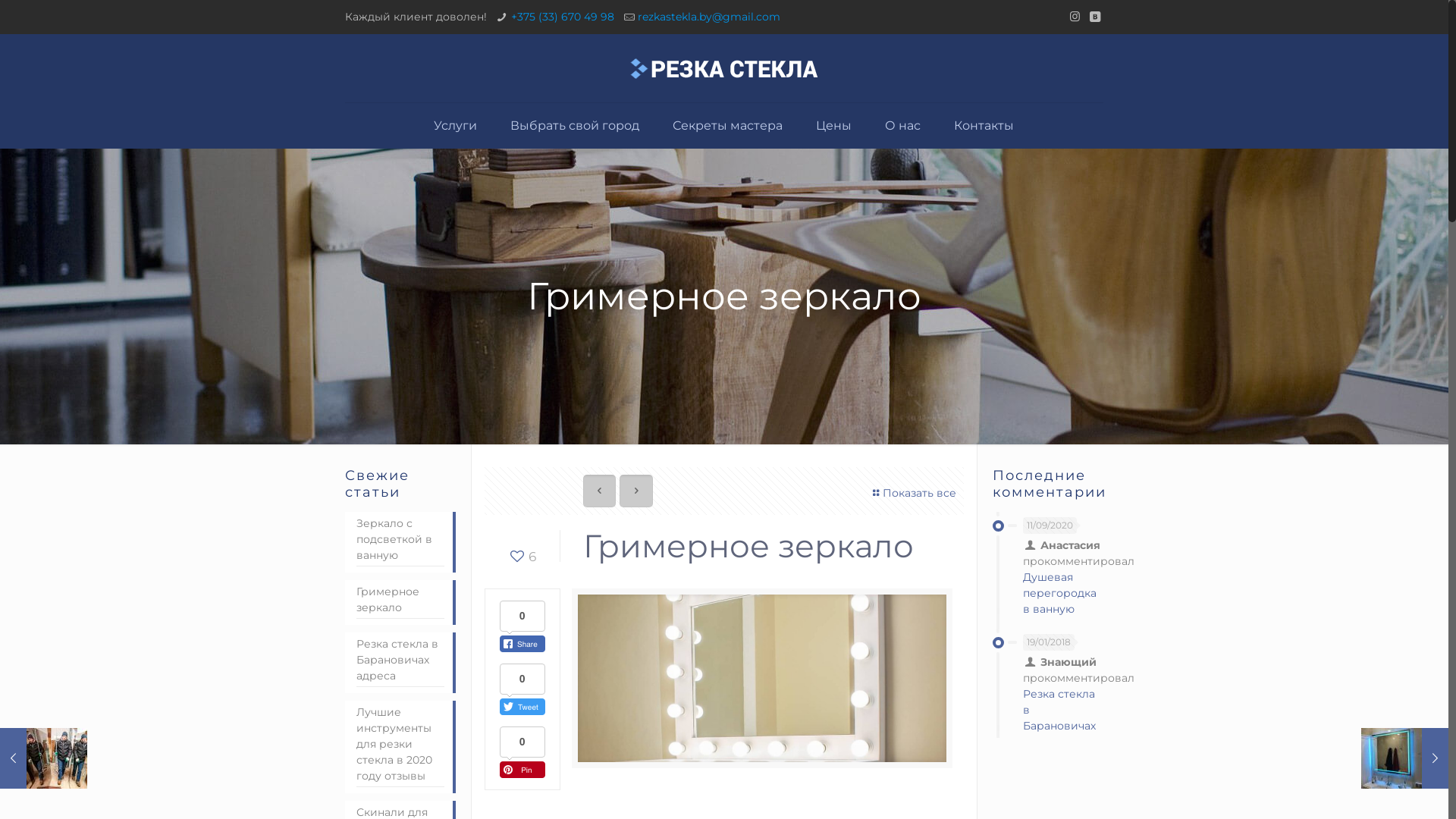  Describe the element at coordinates (1095, 16) in the screenshot. I see `'VKontakte'` at that location.